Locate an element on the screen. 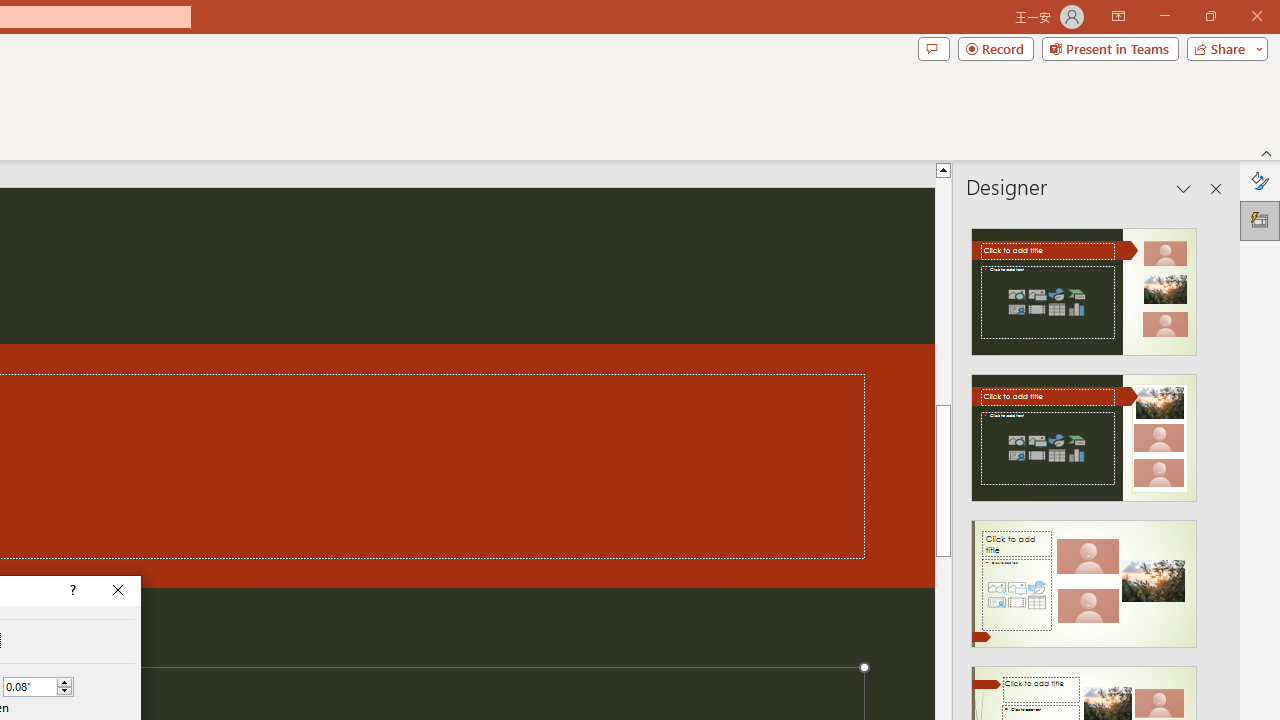  'Less' is located at coordinates (64, 690).